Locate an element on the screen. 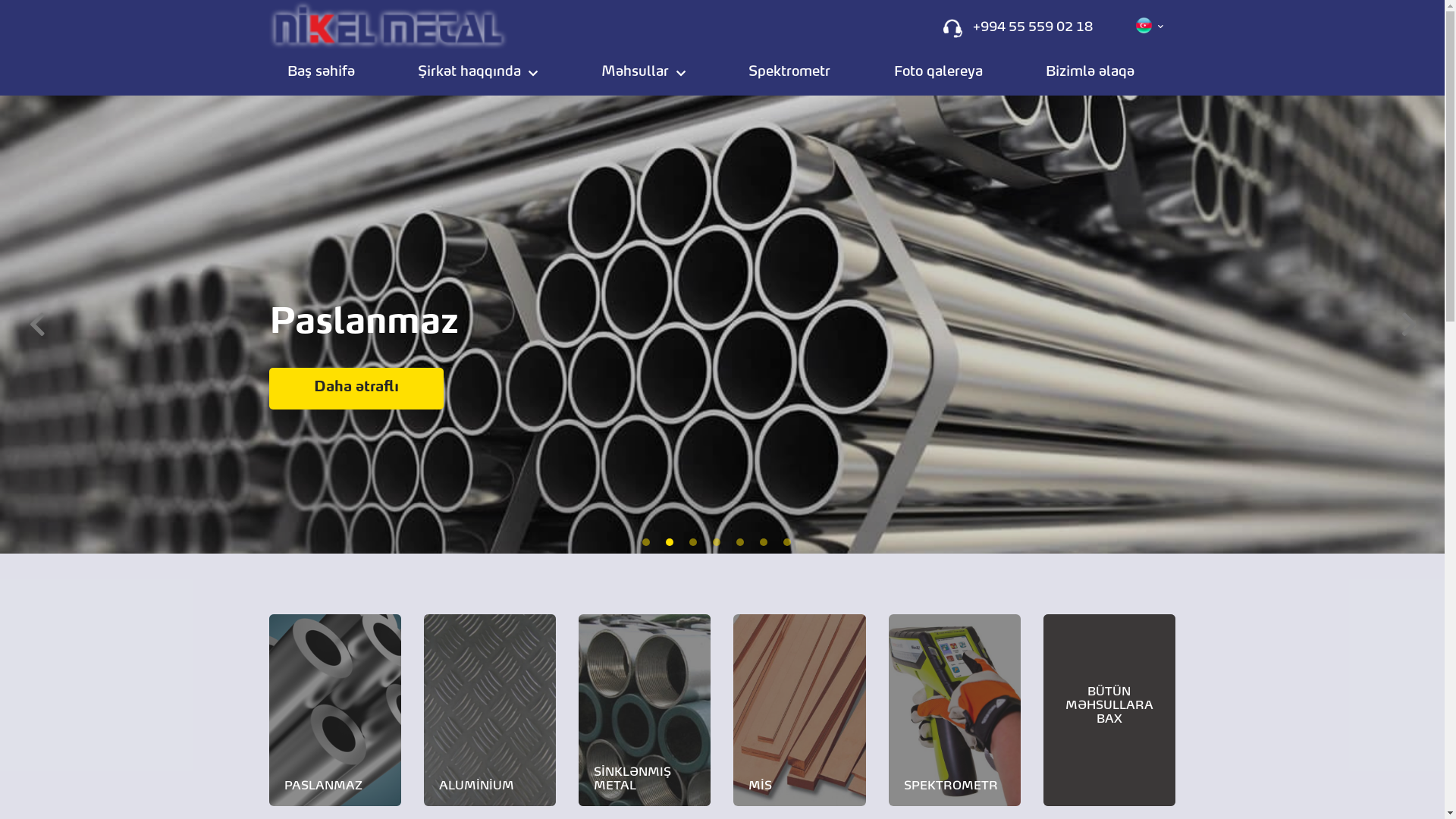 The image size is (1456, 819). 'Previous' is located at coordinates (36, 314).